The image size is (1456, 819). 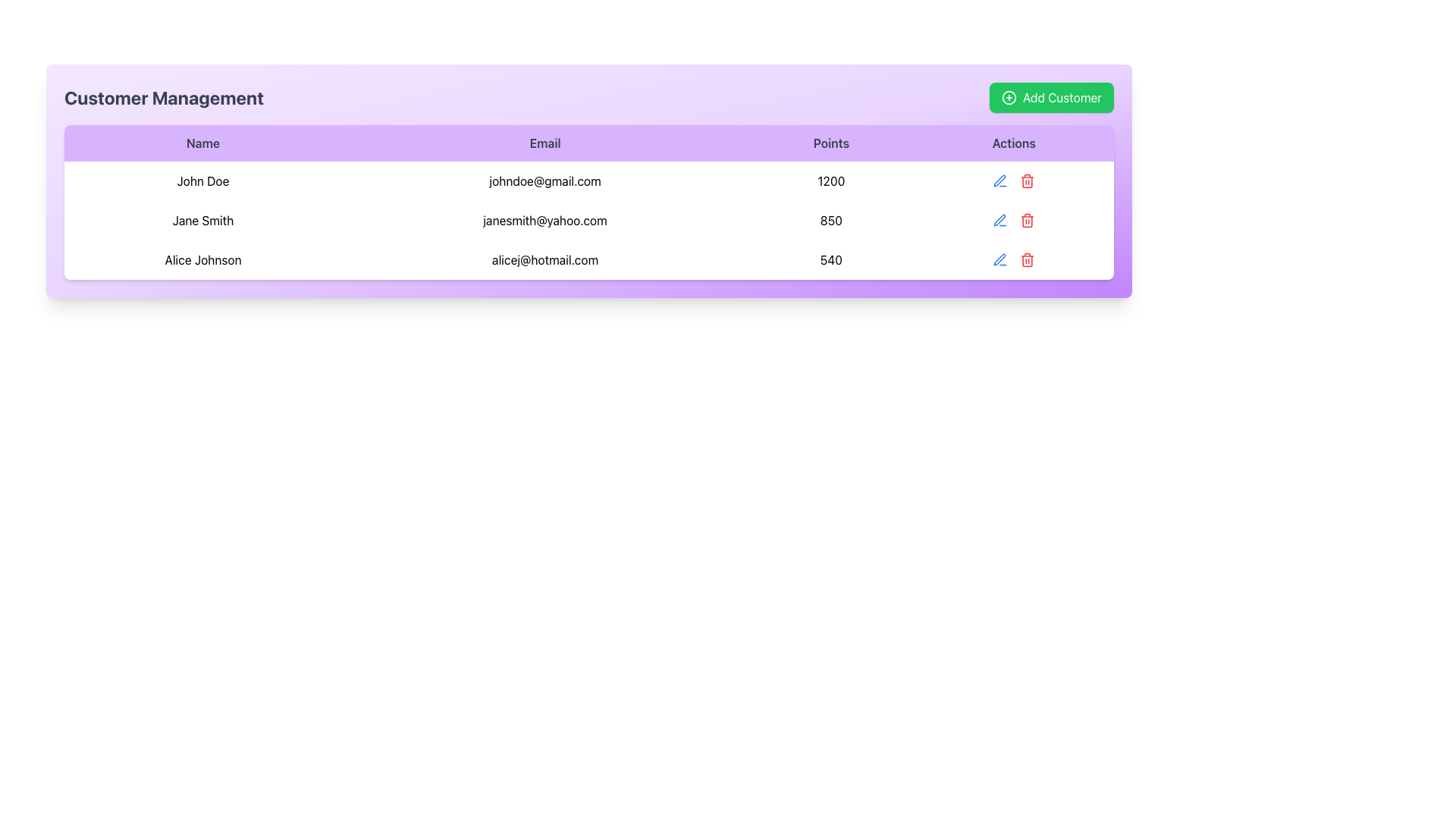 What do you see at coordinates (1028, 259) in the screenshot?
I see `the delete icon button located in the last row of the actions column corresponding to user 'Alice Johnson'` at bounding box center [1028, 259].